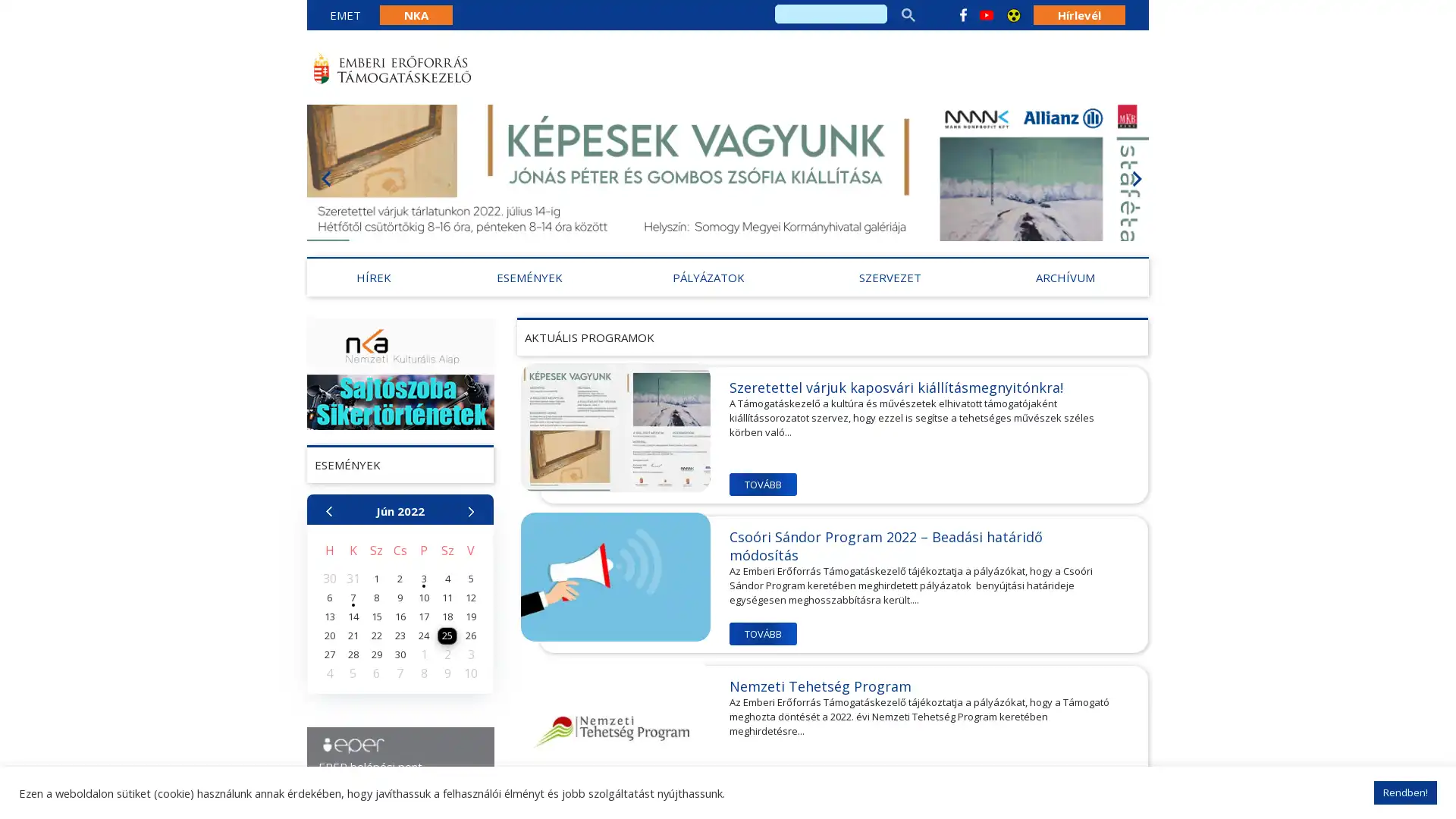 The width and height of the screenshot is (1456, 819). What do you see at coordinates (890, 278) in the screenshot?
I see `SZERVEZET` at bounding box center [890, 278].